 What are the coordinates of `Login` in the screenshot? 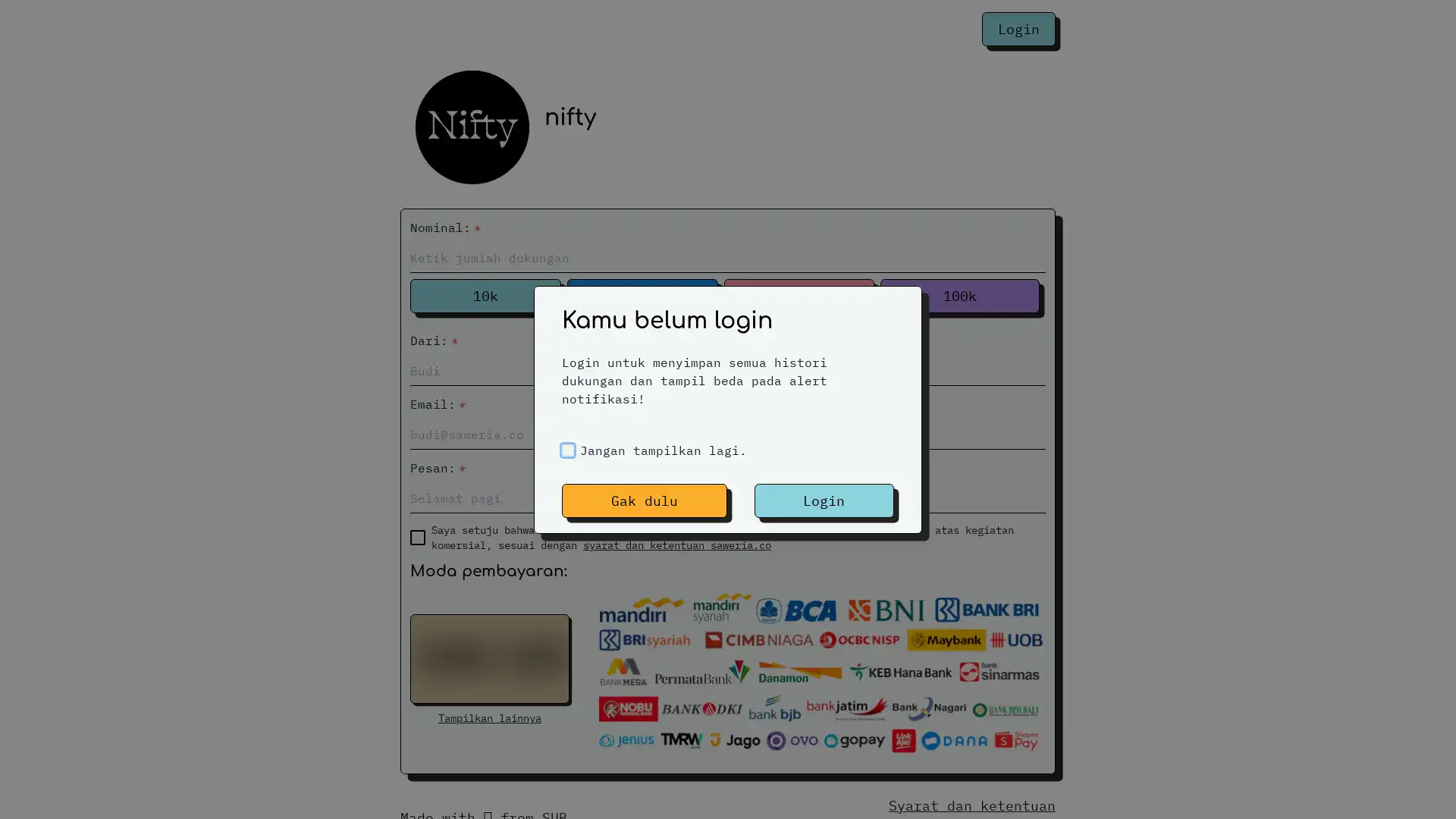 It's located at (1018, 29).